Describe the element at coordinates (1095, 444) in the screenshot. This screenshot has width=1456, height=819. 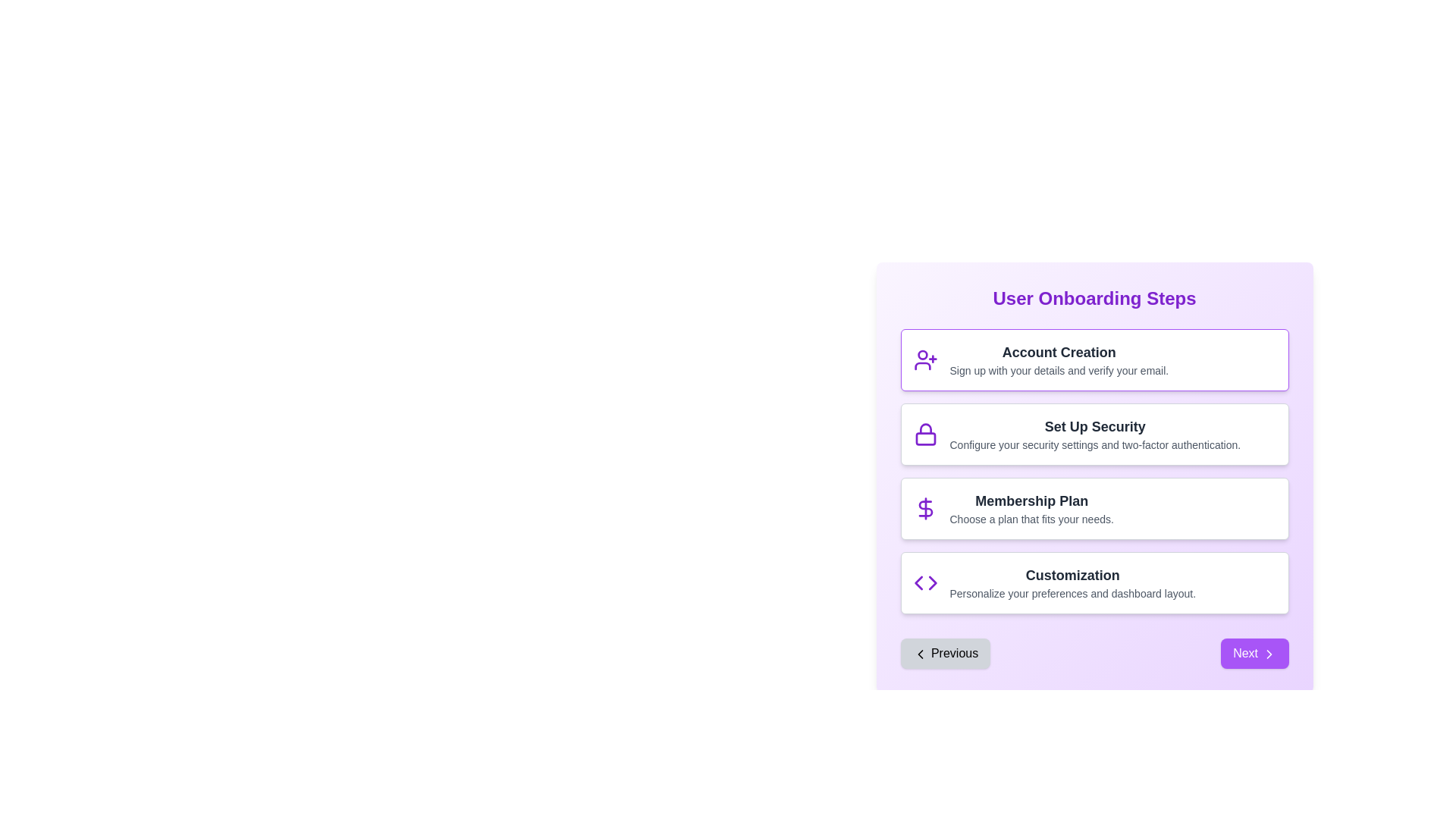
I see `the Text Label that provides a summary about setting up security features, located below 'Set Up Security' in the onboarding process` at that location.